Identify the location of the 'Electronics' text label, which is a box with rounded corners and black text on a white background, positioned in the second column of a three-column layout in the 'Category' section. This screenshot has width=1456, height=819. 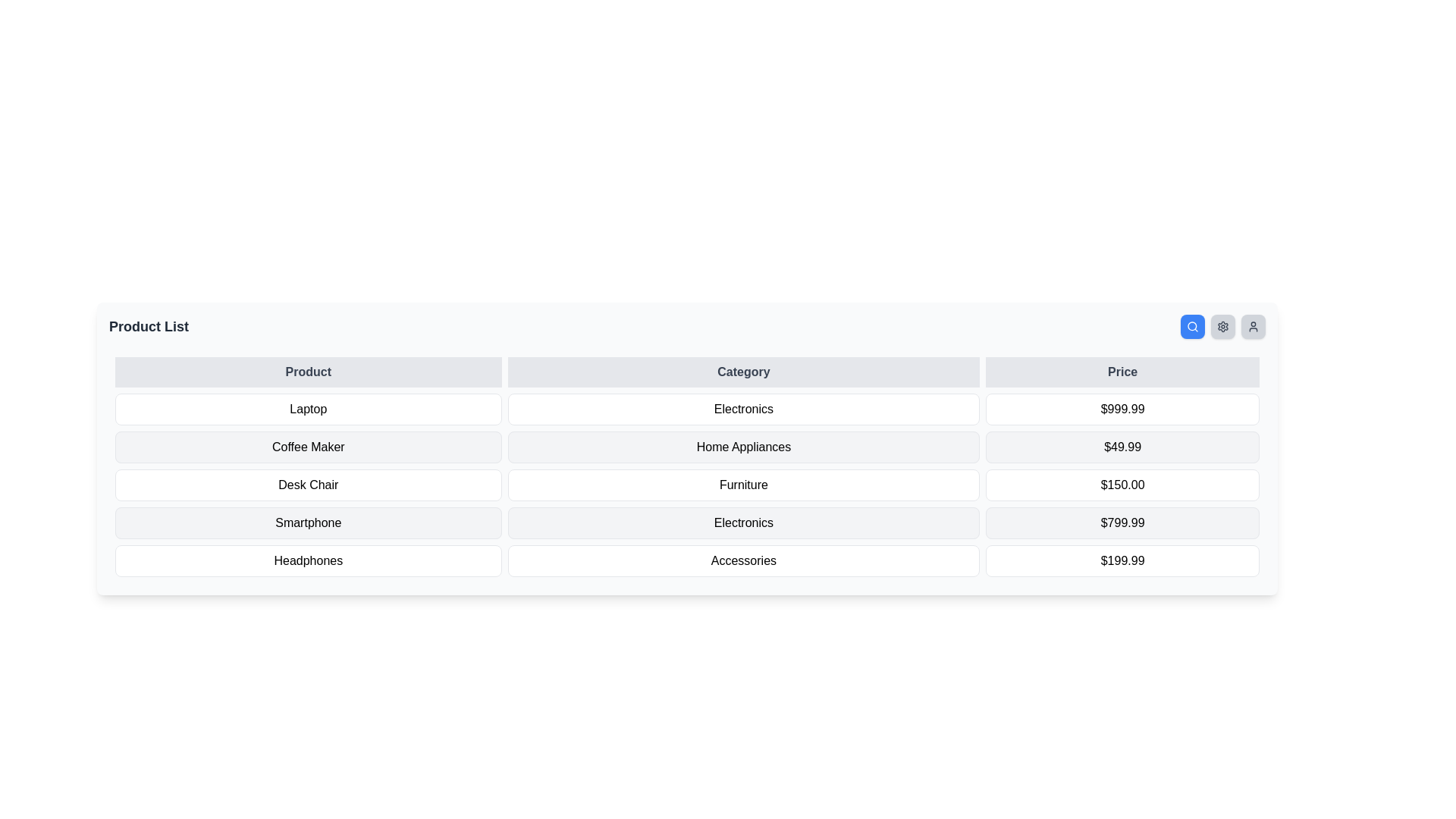
(743, 409).